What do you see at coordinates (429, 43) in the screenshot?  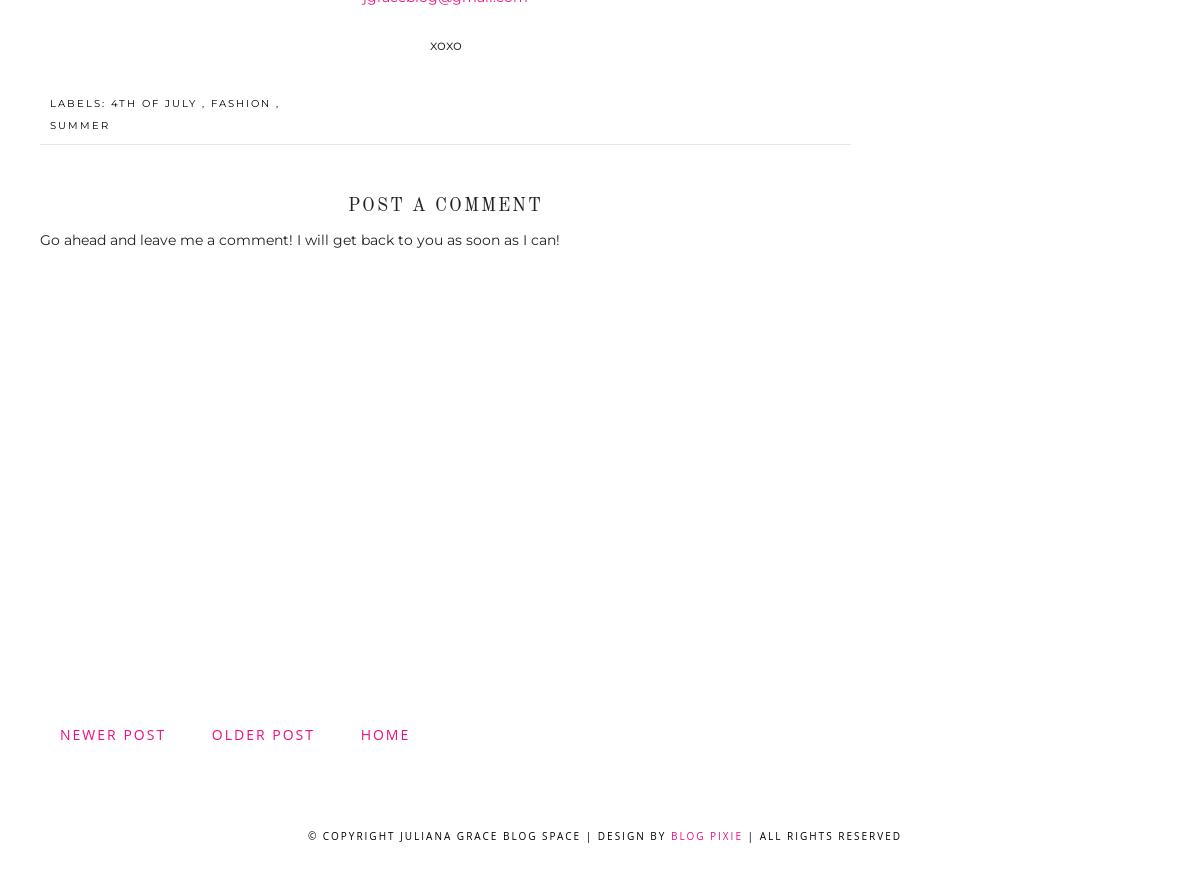 I see `'xoxo'` at bounding box center [429, 43].